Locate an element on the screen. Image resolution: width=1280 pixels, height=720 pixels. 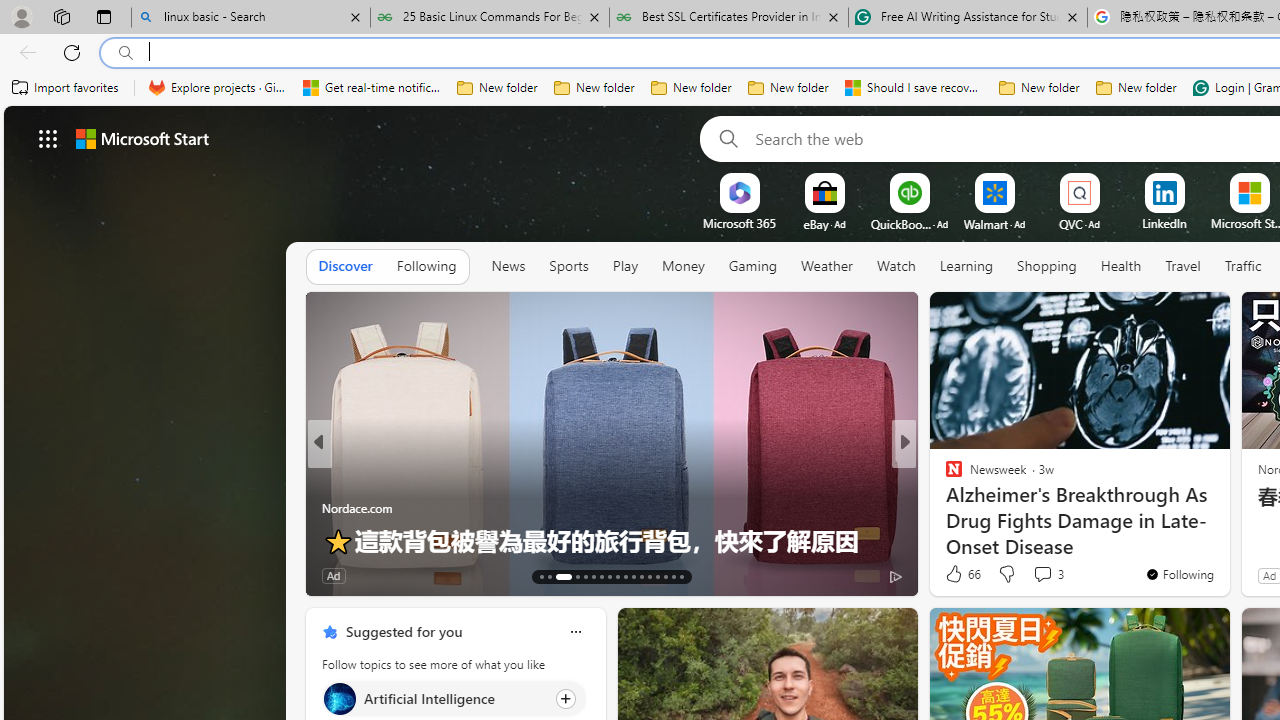
'AutomationID: tab-20' is located at coordinates (608, 577).